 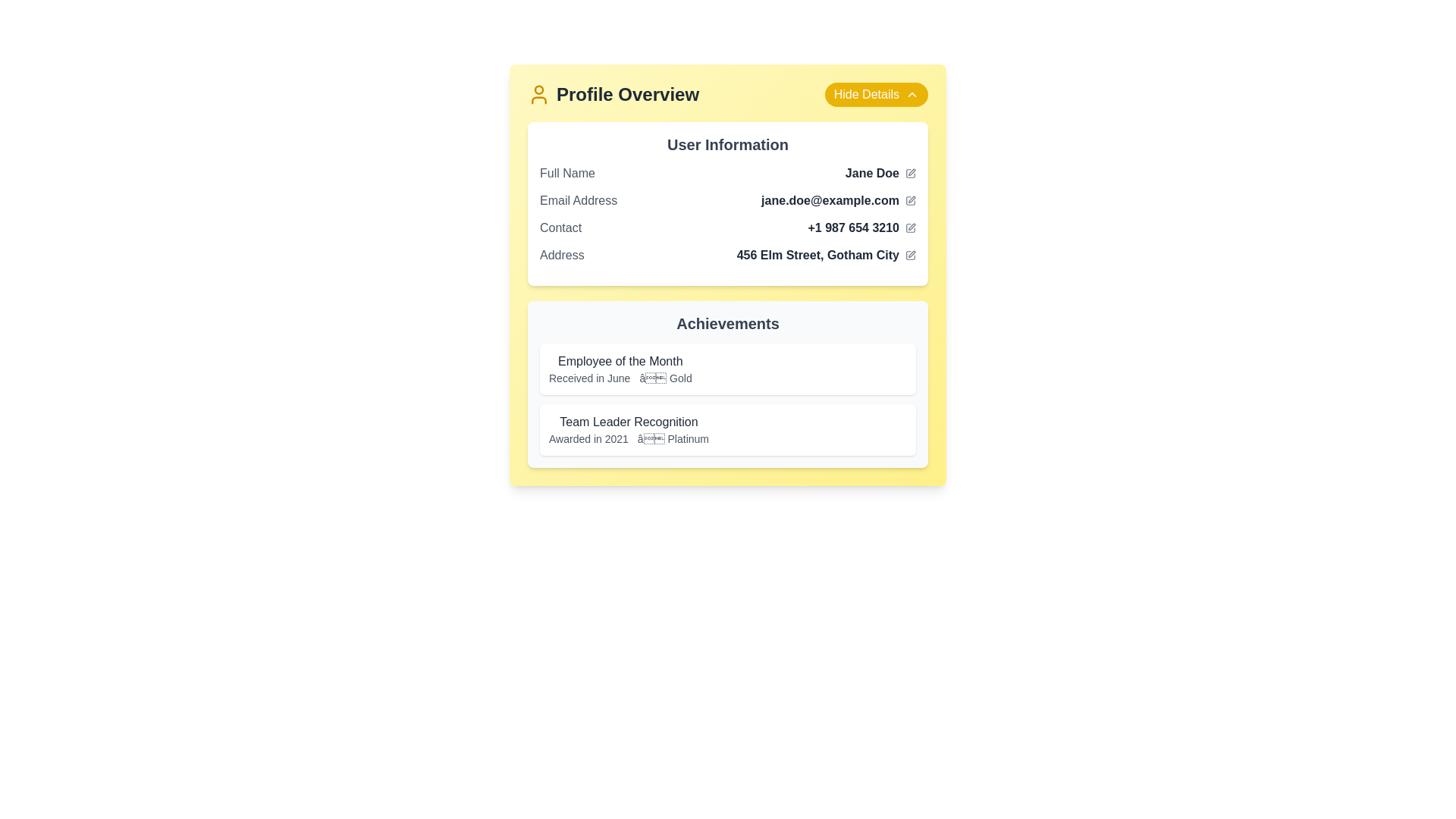 I want to click on the text label displaying '★ Platinum' which represents an achievement level in the 'Achievements' section of the profile interface, specifically associated with 'Team Leader Recognition', so click(x=673, y=438).